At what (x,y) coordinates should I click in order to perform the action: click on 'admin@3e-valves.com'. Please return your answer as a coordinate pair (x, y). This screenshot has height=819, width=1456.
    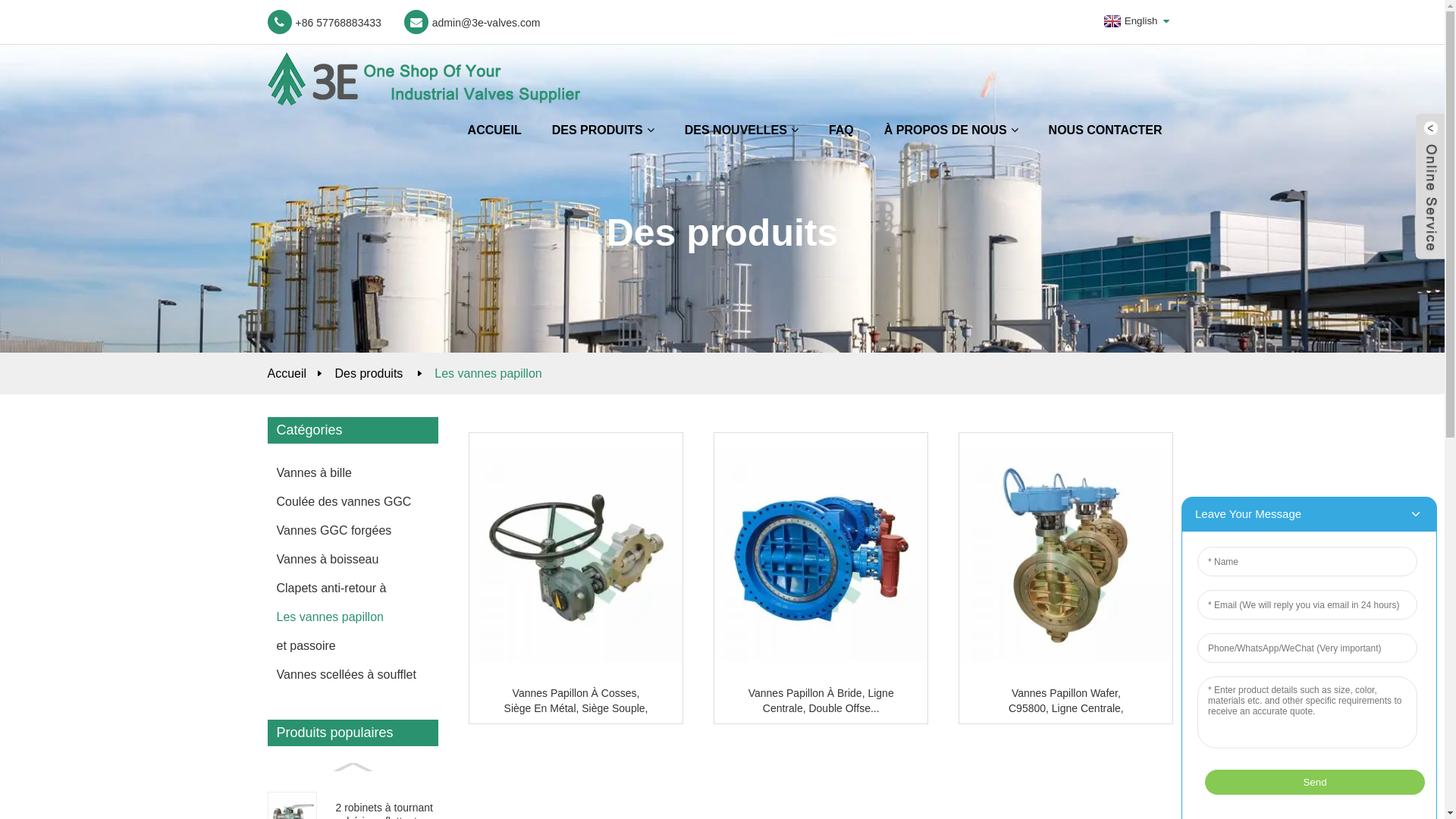
    Looking at the image, I should click on (472, 22).